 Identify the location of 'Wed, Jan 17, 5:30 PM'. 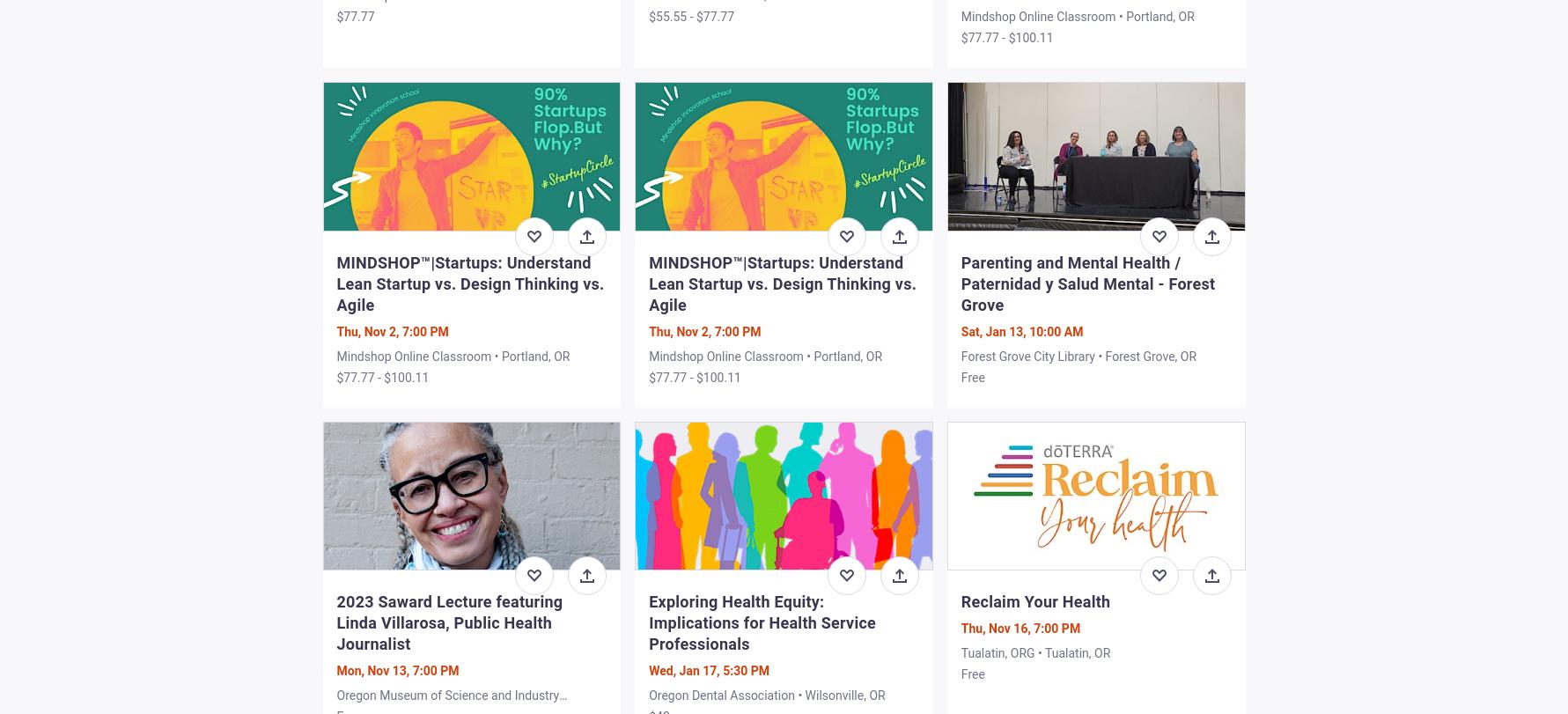
(647, 668).